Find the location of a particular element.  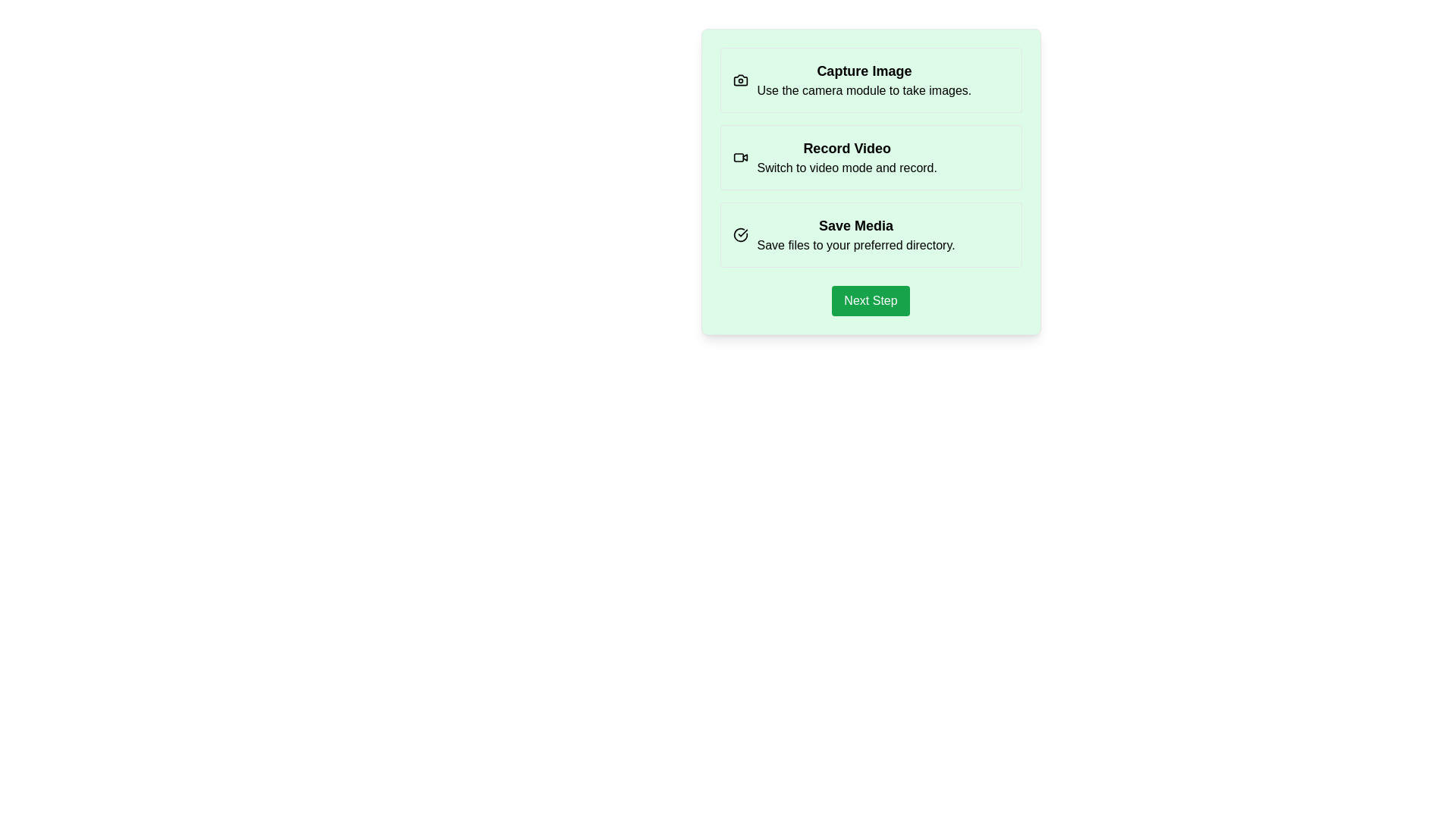

the circular outline icon with a checkmark, located to the left of the 'Save Media' text is located at coordinates (740, 234).